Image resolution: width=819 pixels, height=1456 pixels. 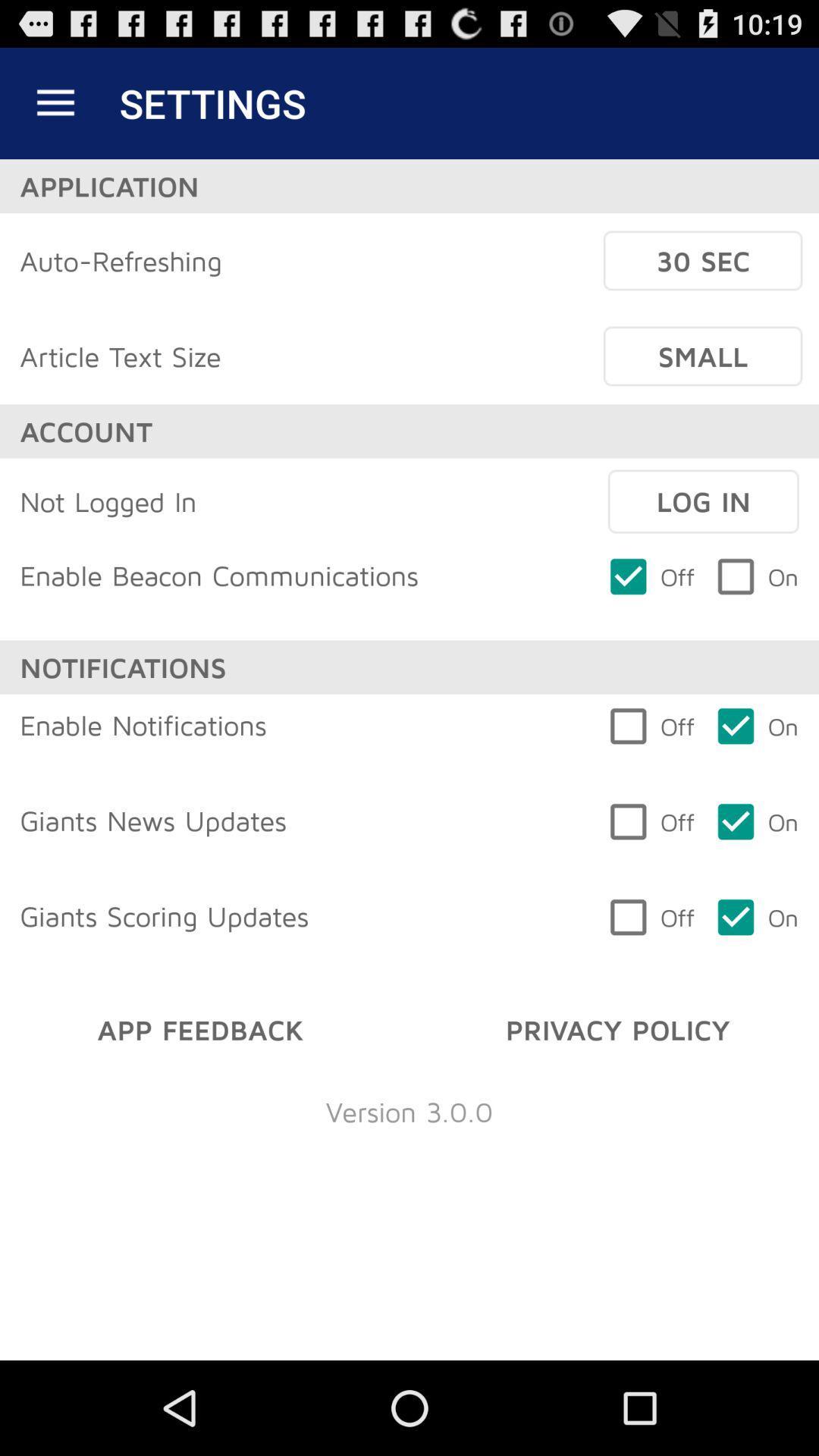 What do you see at coordinates (703, 501) in the screenshot?
I see `item to the right of not logged in item` at bounding box center [703, 501].